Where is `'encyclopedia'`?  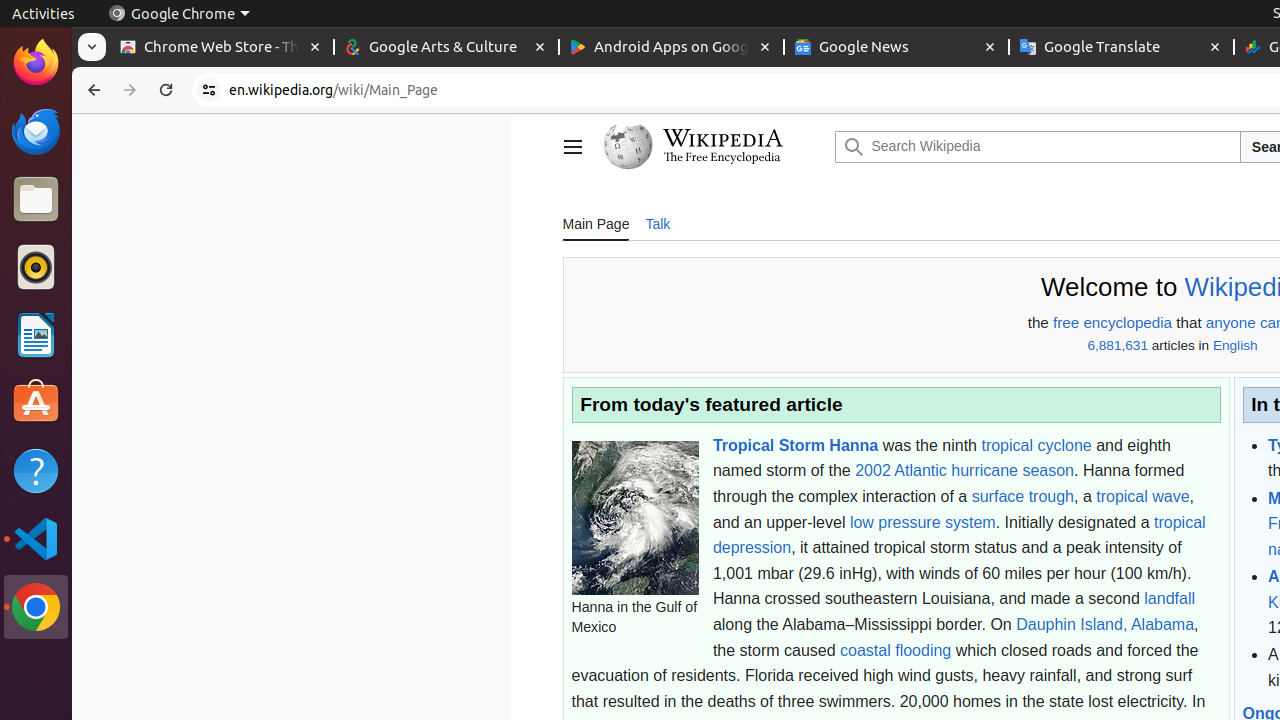
'encyclopedia' is located at coordinates (1127, 321).